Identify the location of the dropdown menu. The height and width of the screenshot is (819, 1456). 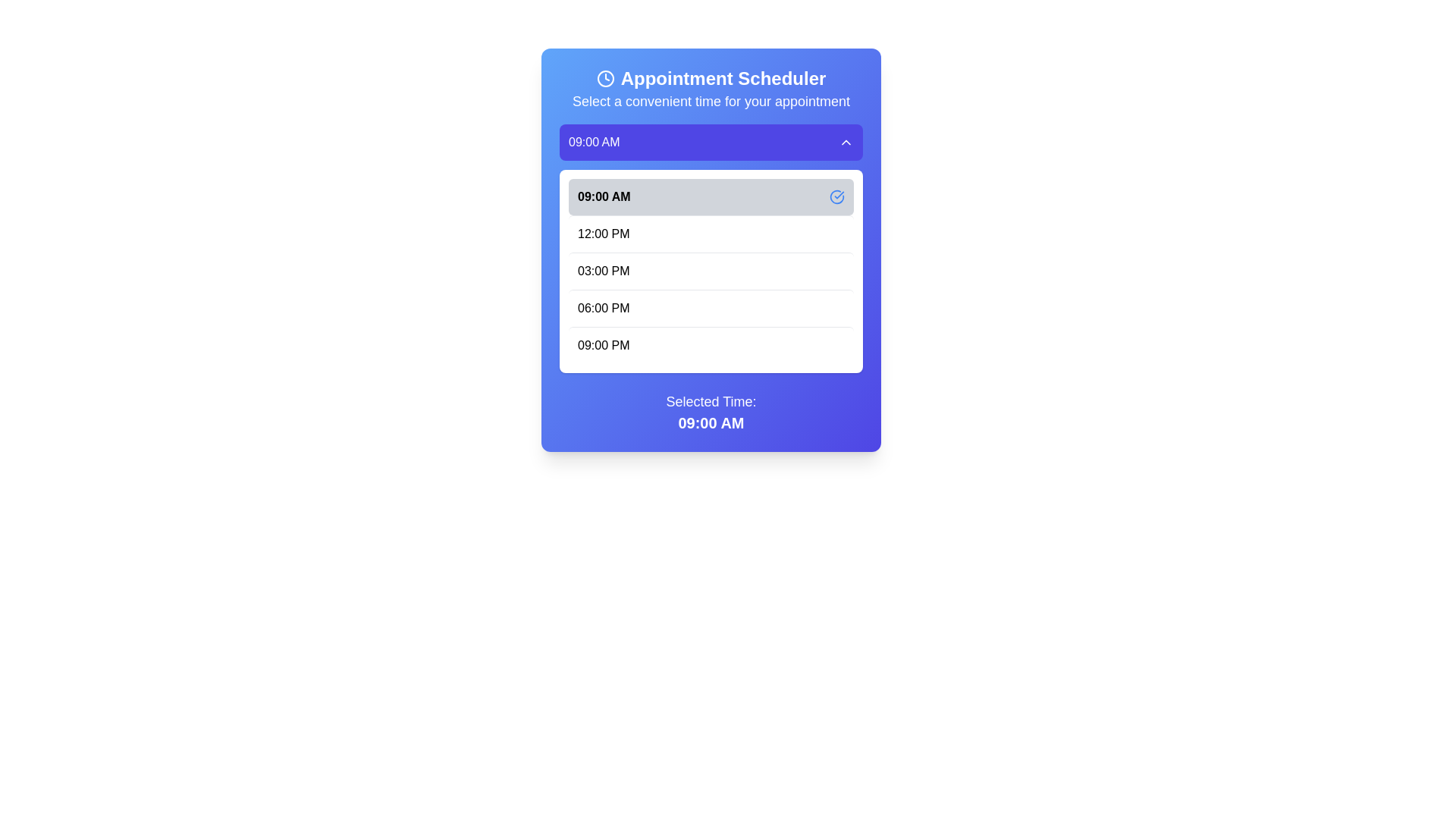
(710, 247).